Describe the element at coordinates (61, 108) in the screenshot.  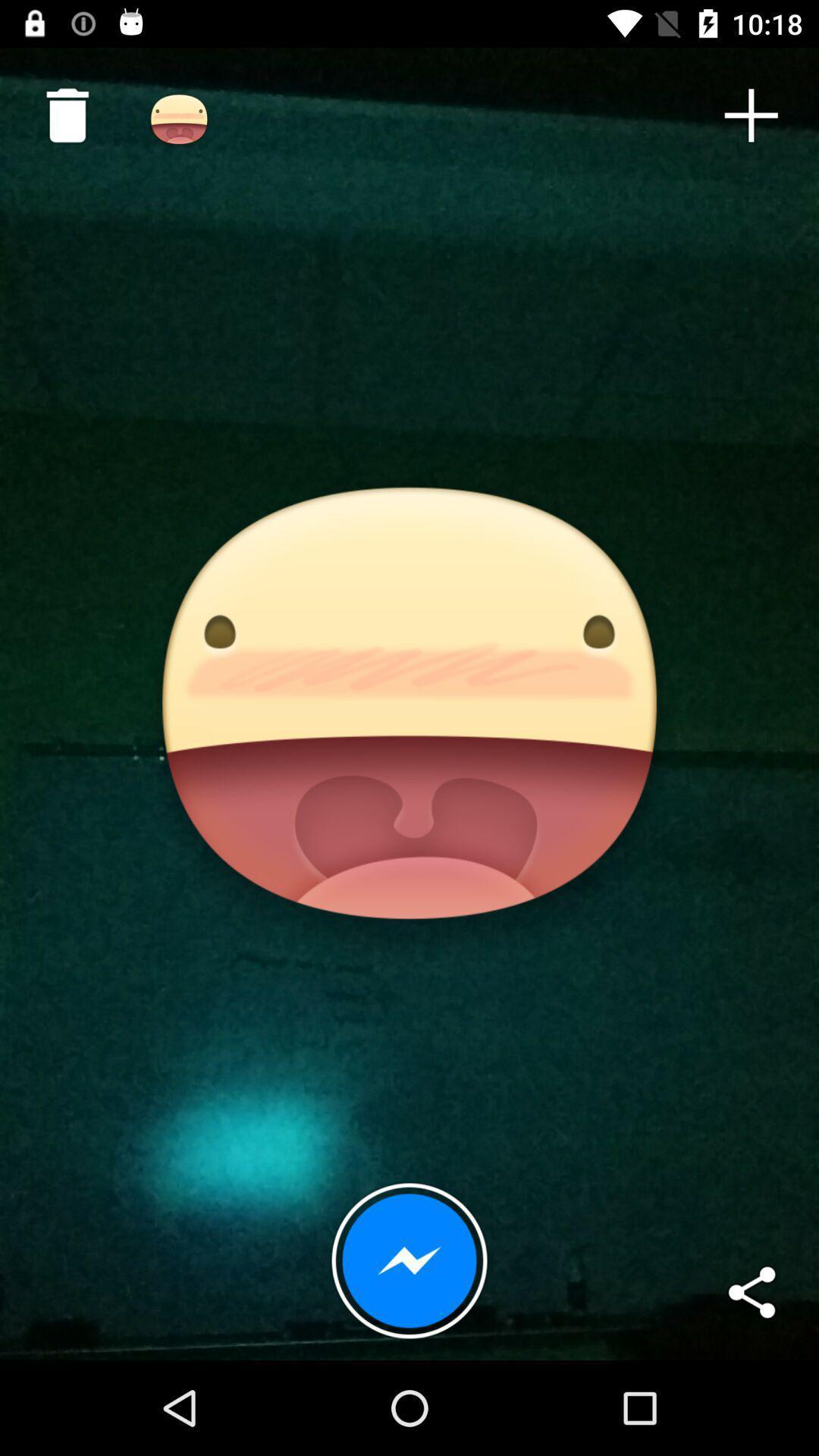
I see `the delete icon` at that location.